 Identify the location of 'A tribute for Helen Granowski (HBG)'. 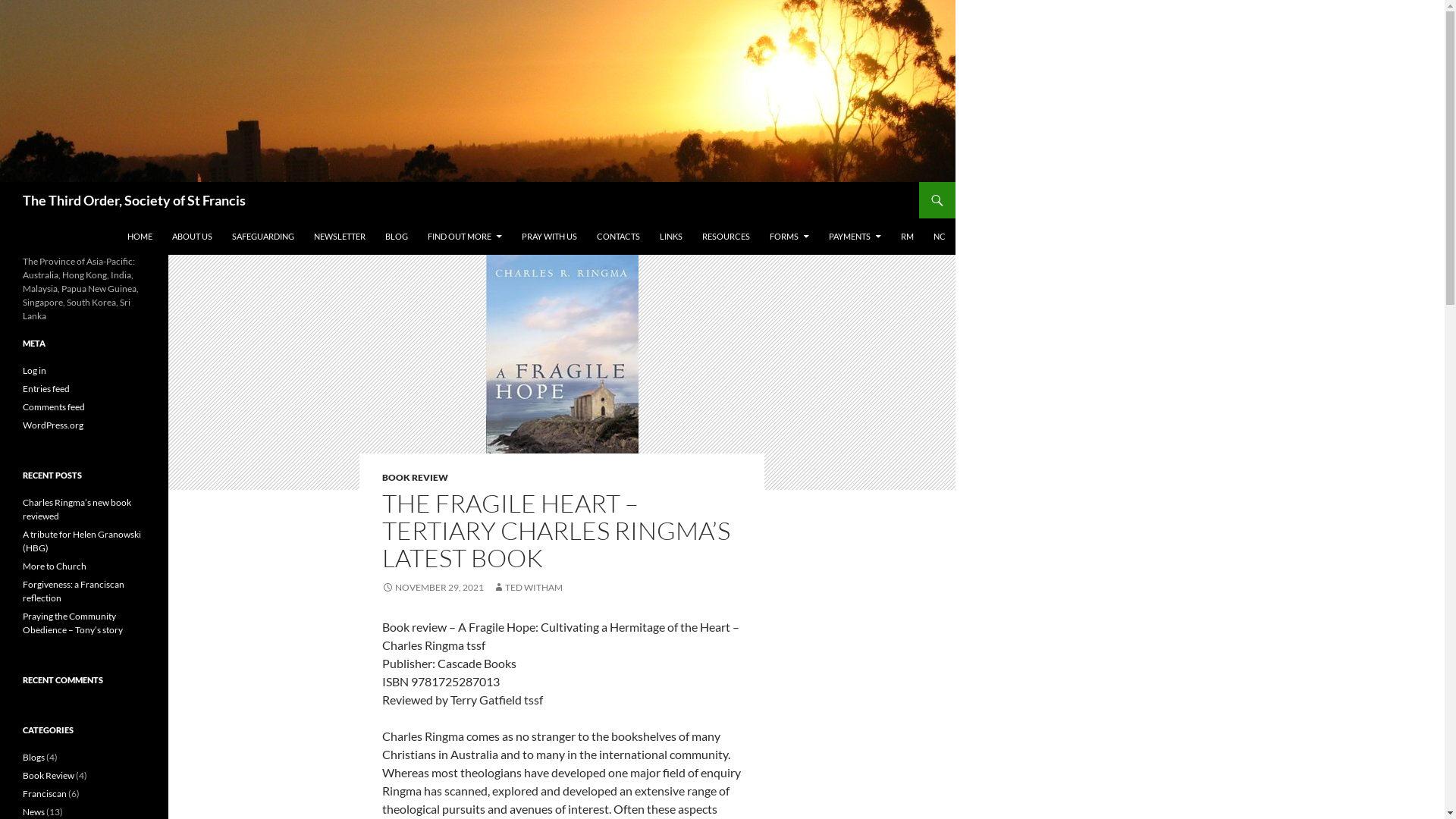
(81, 540).